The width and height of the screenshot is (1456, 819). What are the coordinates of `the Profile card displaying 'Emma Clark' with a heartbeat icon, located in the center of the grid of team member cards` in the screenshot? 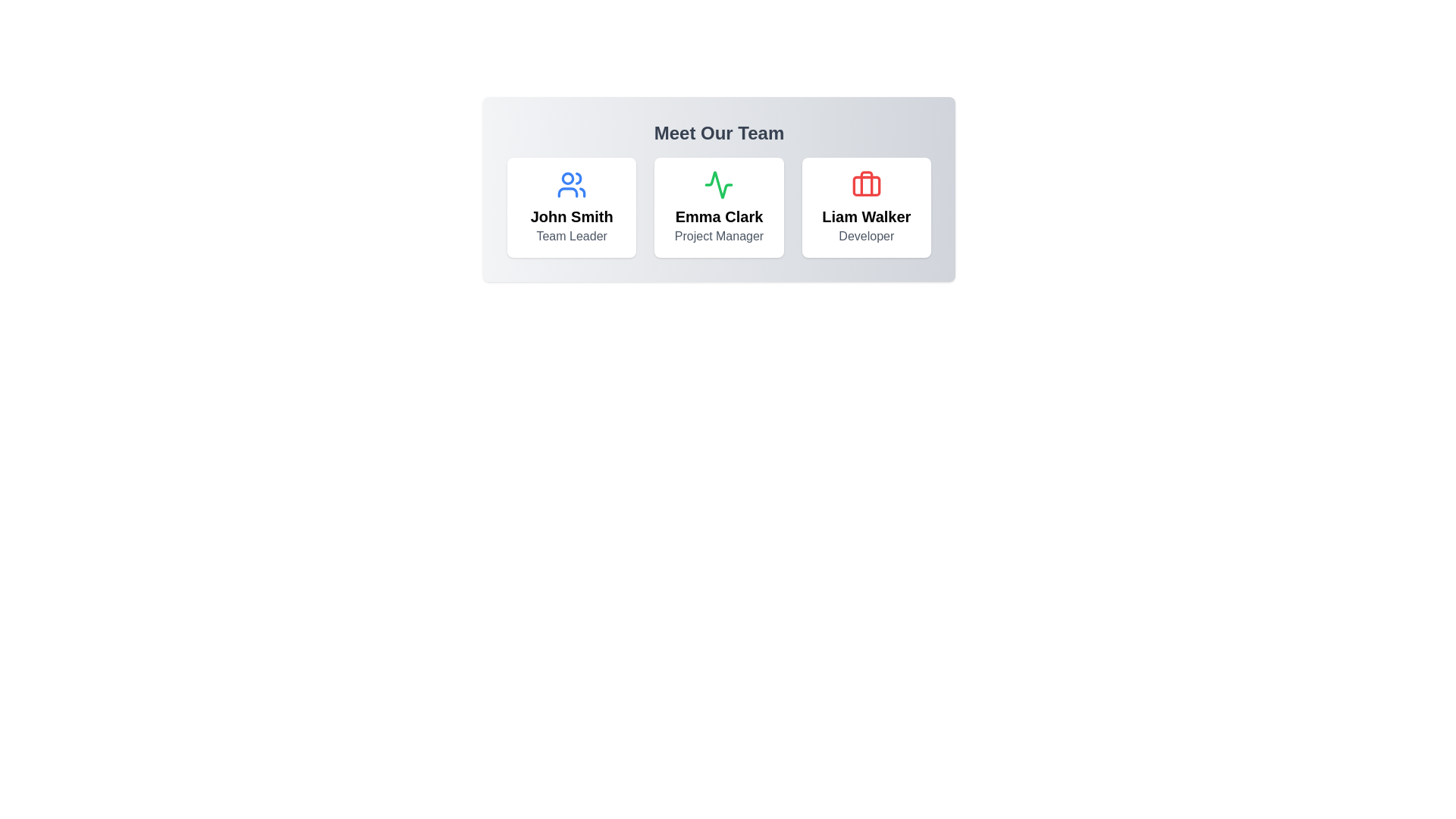 It's located at (718, 207).